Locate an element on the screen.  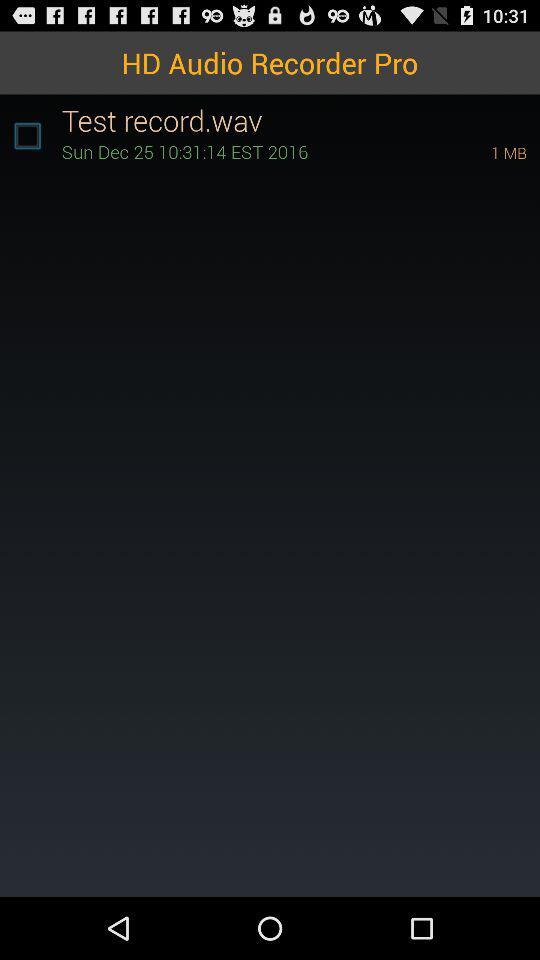
item next to sun dec 25 is located at coordinates (480, 151).